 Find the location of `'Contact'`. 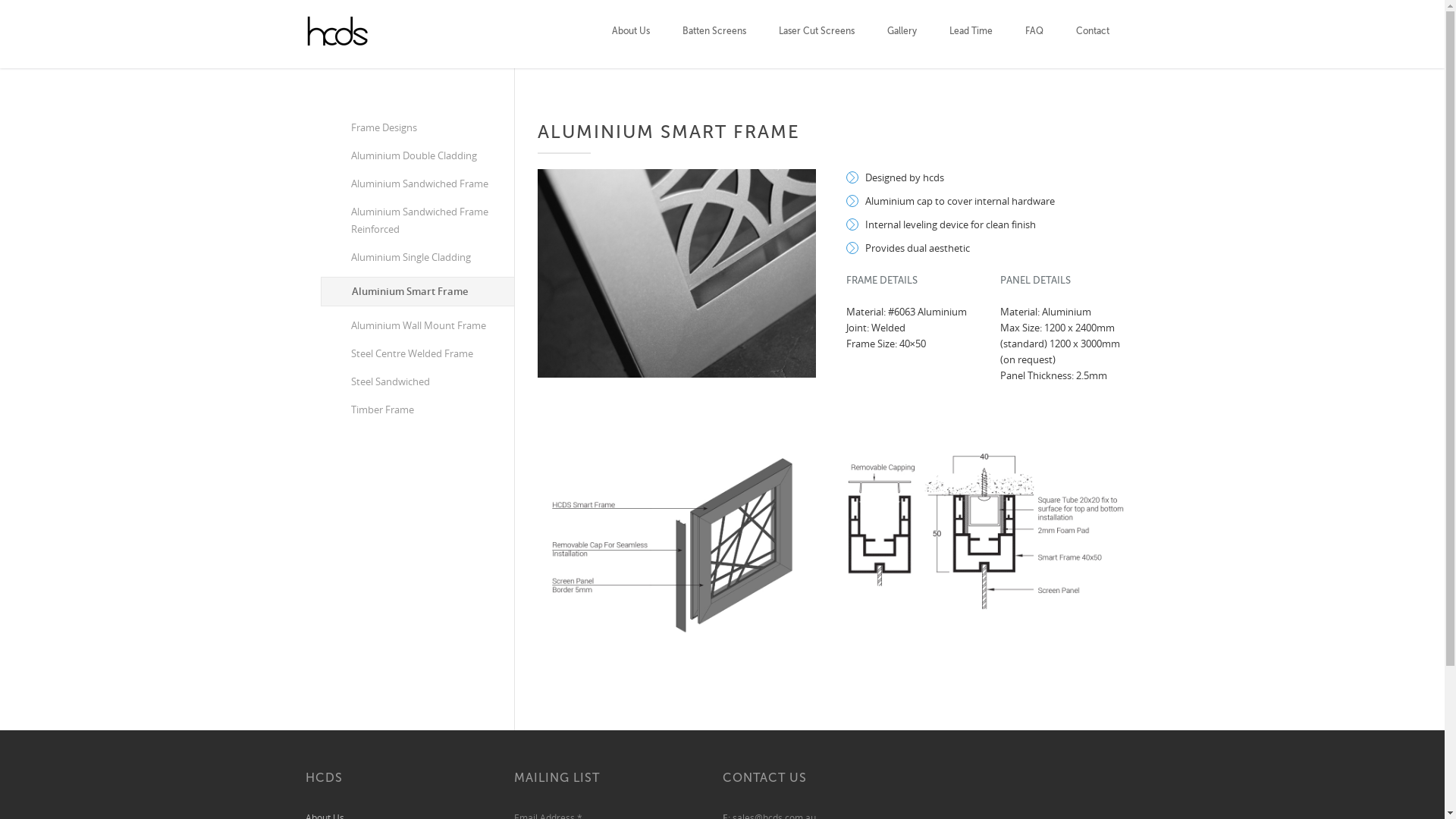

'Contact' is located at coordinates (1092, 34).